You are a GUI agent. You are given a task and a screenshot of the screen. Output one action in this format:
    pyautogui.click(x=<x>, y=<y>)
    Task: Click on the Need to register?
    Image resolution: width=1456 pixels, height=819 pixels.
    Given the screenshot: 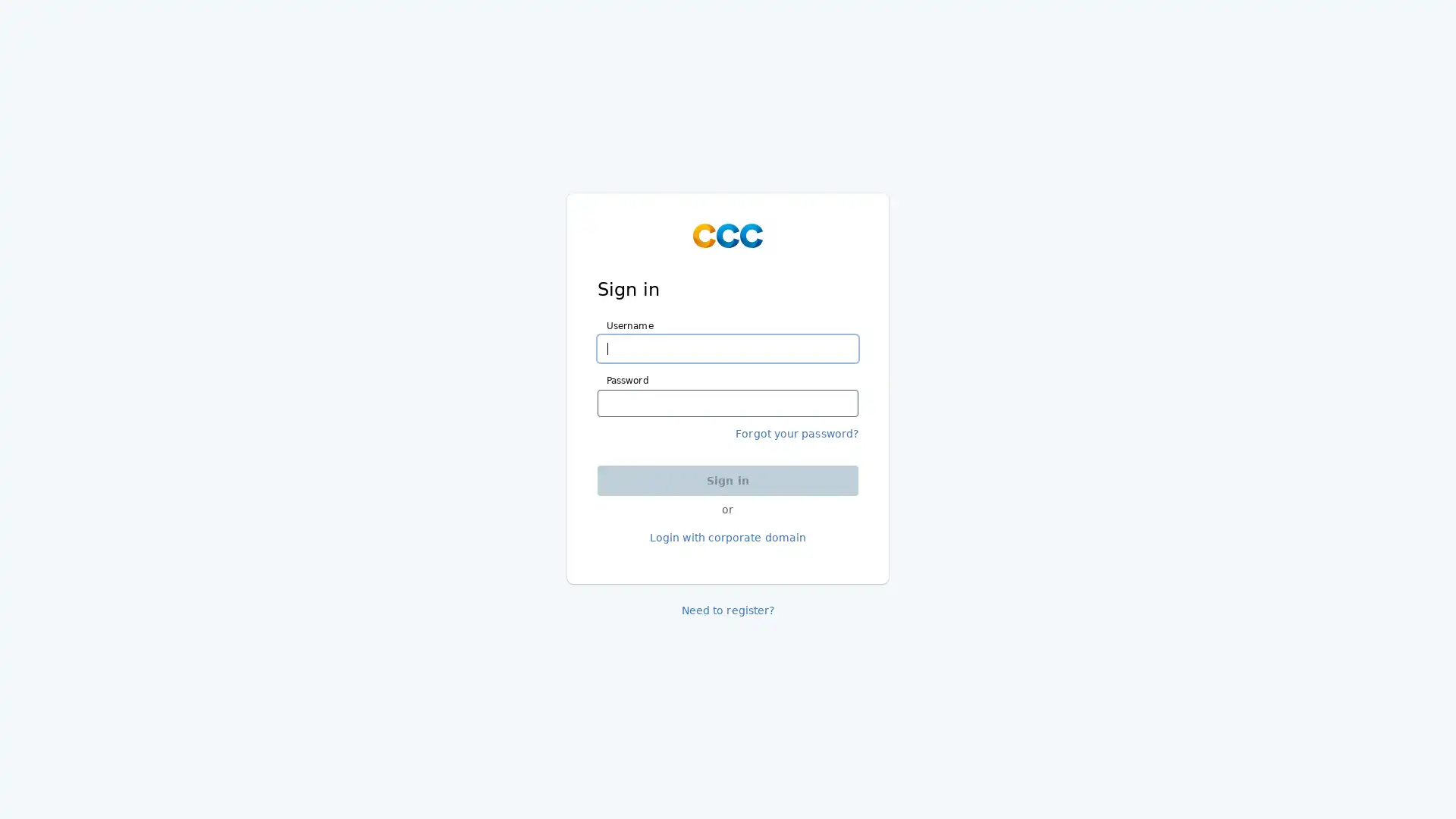 What is the action you would take?
    pyautogui.click(x=726, y=610)
    